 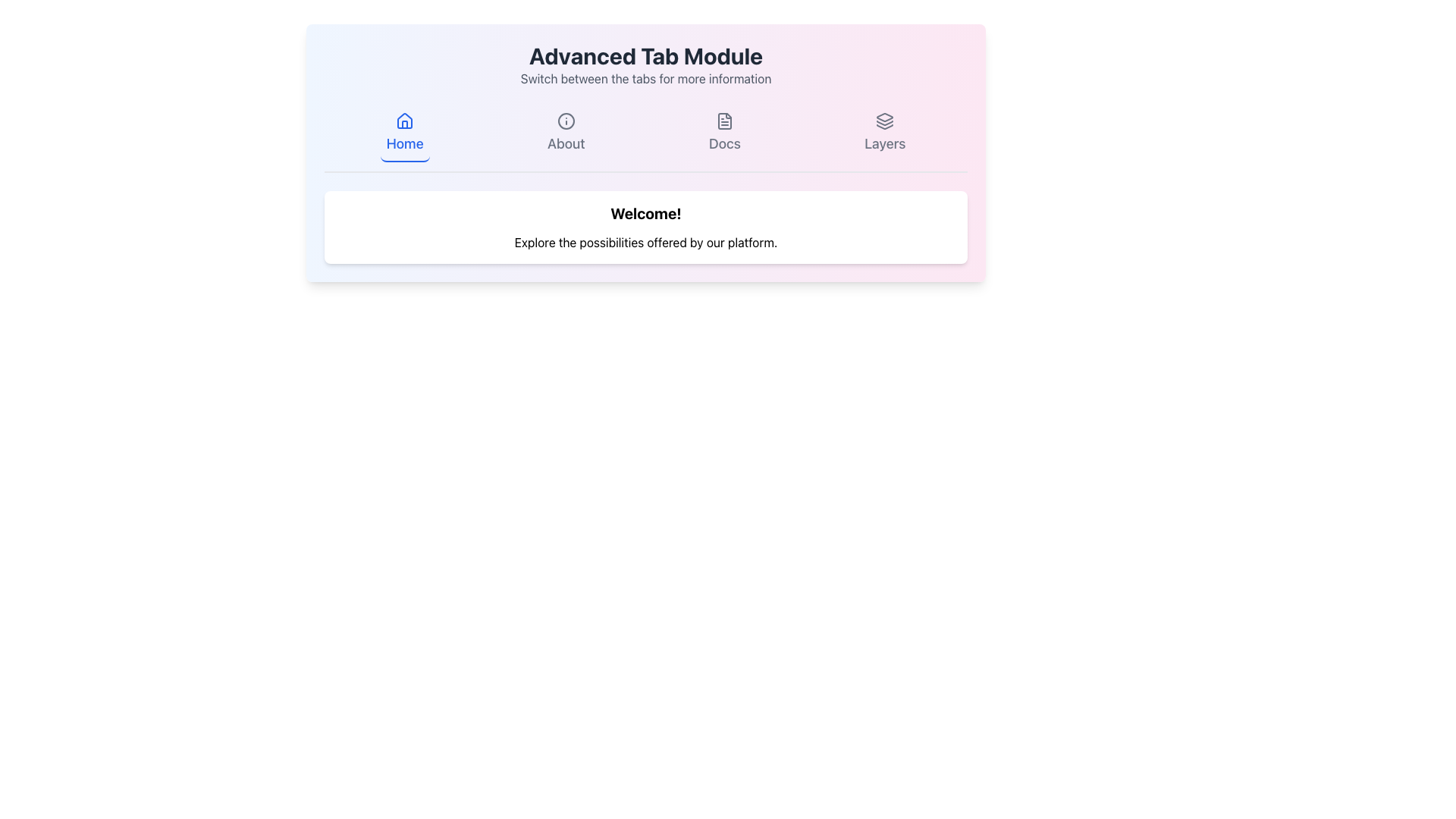 What do you see at coordinates (885, 120) in the screenshot?
I see `the 'Layers' icon button located at the top right area of the user menu interface` at bounding box center [885, 120].